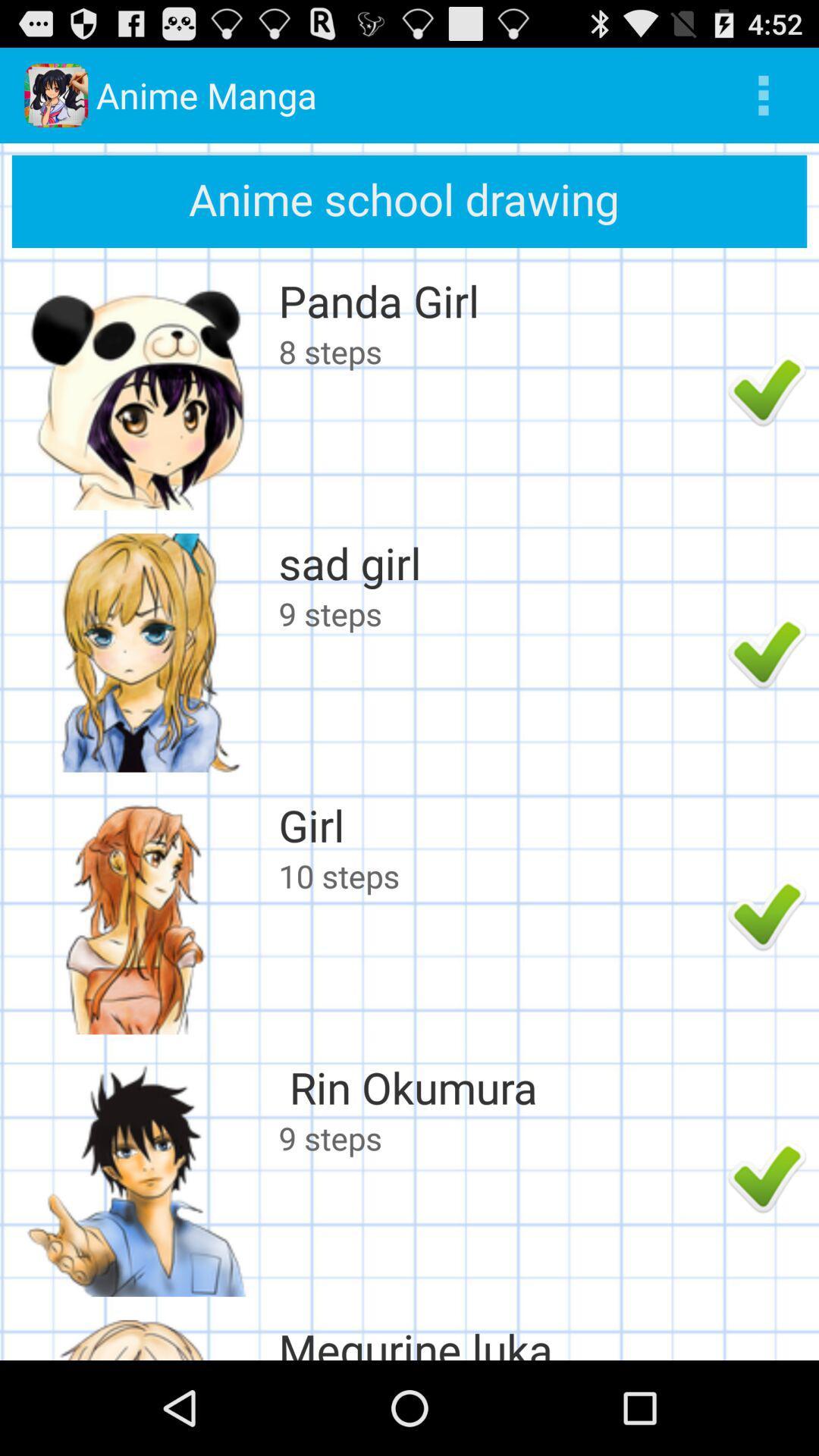 This screenshot has width=819, height=1456. What do you see at coordinates (499, 562) in the screenshot?
I see `the sad girl` at bounding box center [499, 562].